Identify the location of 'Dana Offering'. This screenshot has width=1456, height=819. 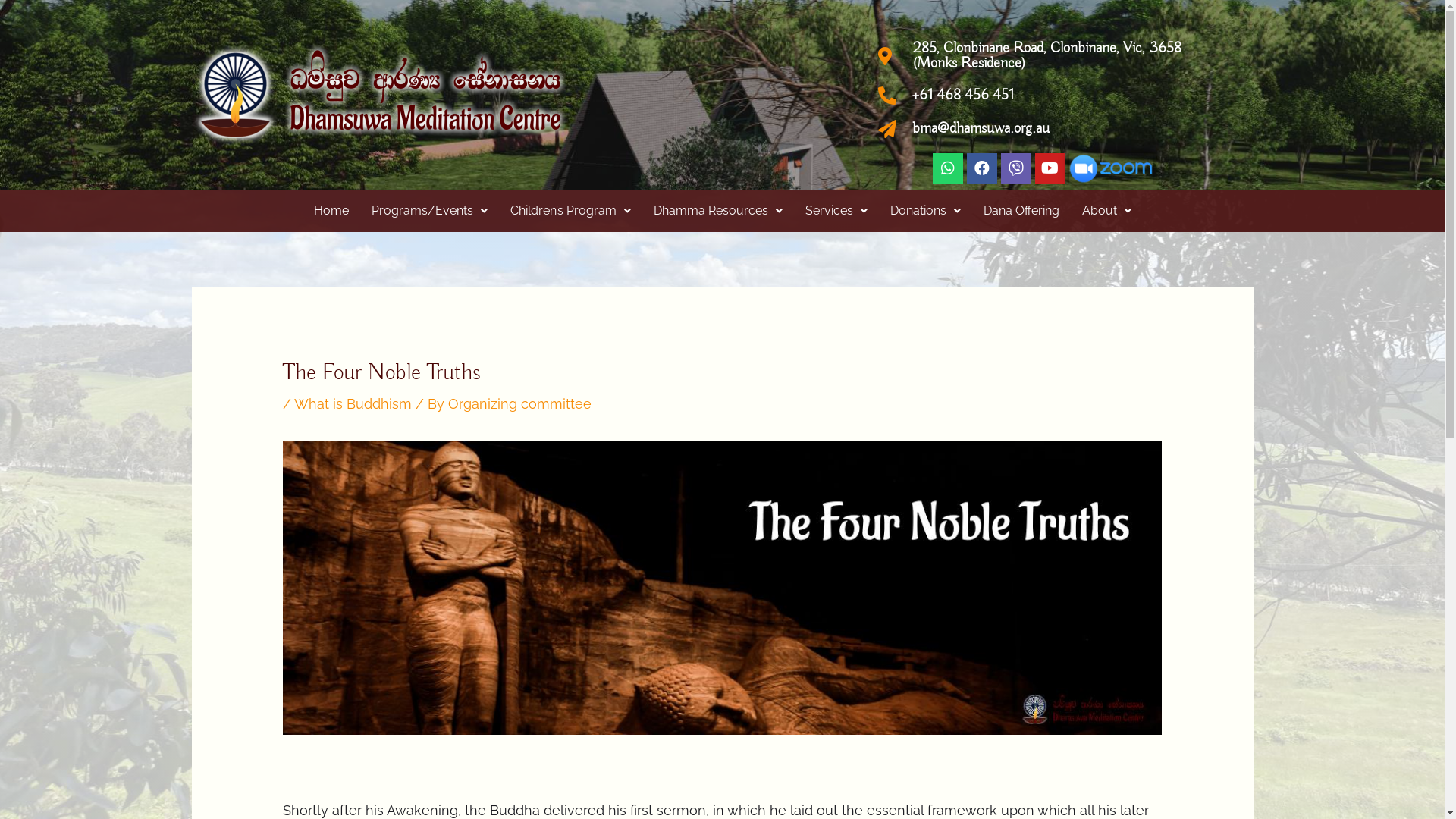
(1021, 210).